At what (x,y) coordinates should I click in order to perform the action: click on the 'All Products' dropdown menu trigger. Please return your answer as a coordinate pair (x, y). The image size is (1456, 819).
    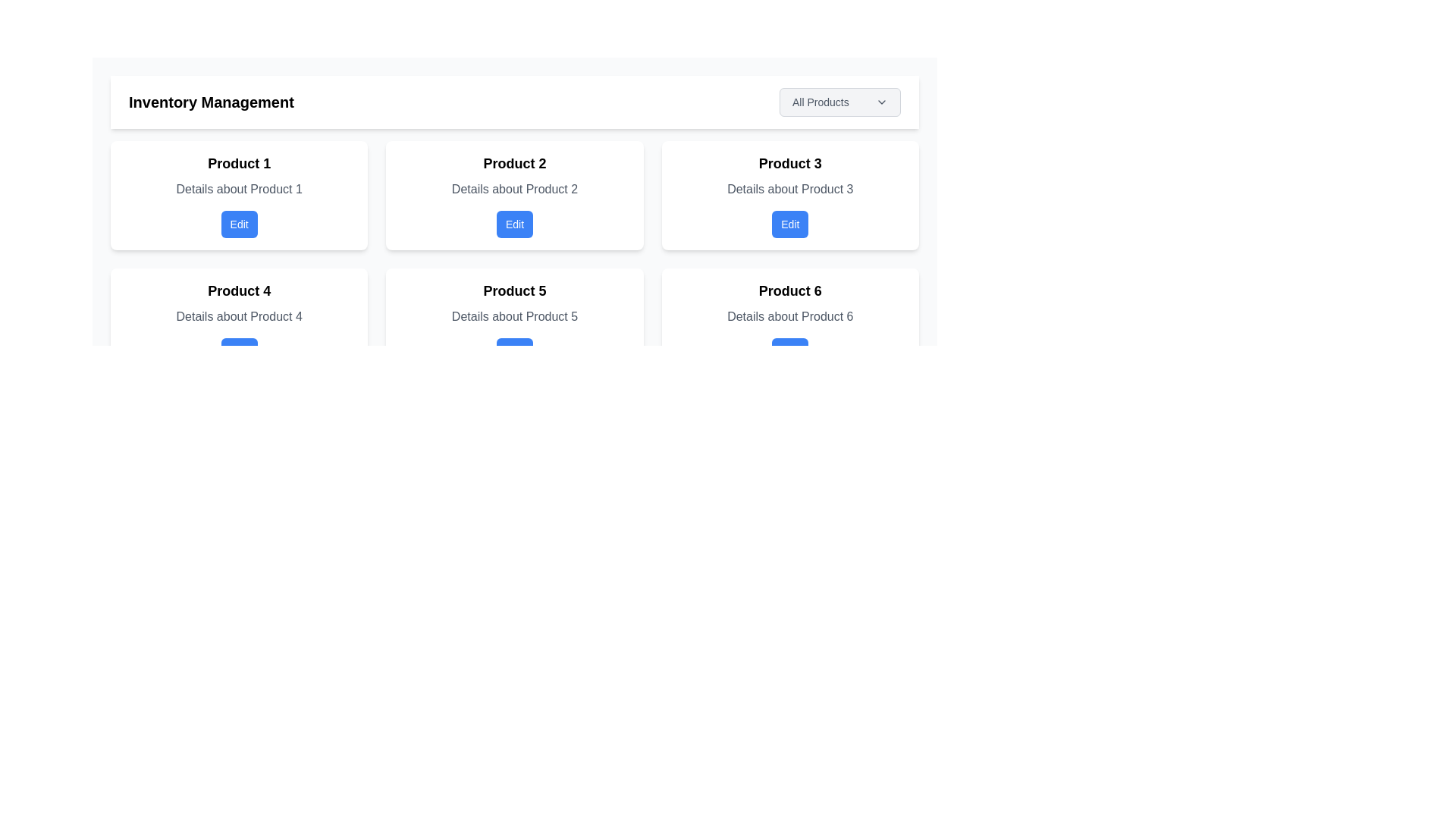
    Looking at the image, I should click on (839, 102).